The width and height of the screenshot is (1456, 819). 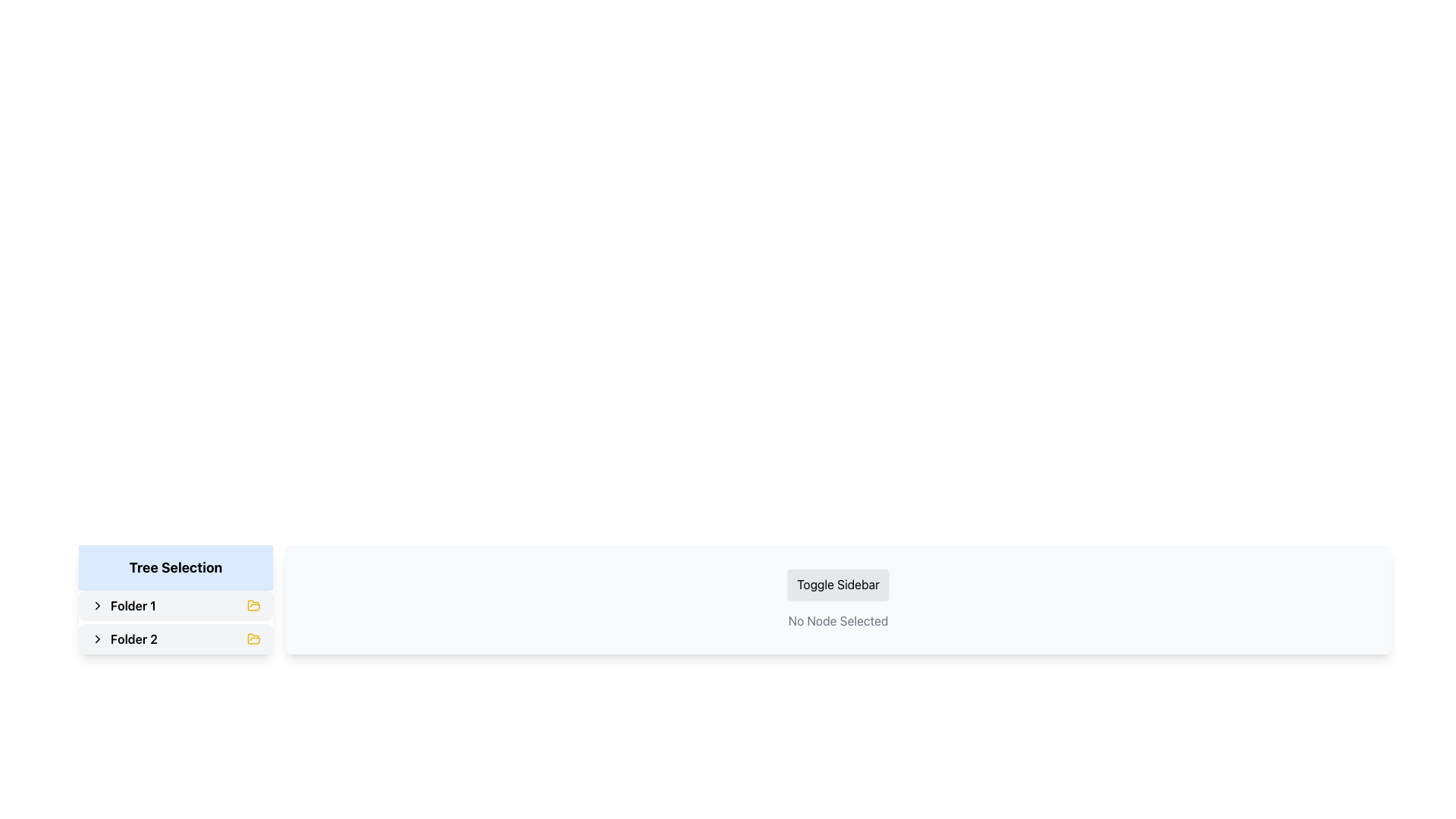 I want to click on the Text Label that serves as the title or heading for the tree structure view, so click(x=175, y=567).